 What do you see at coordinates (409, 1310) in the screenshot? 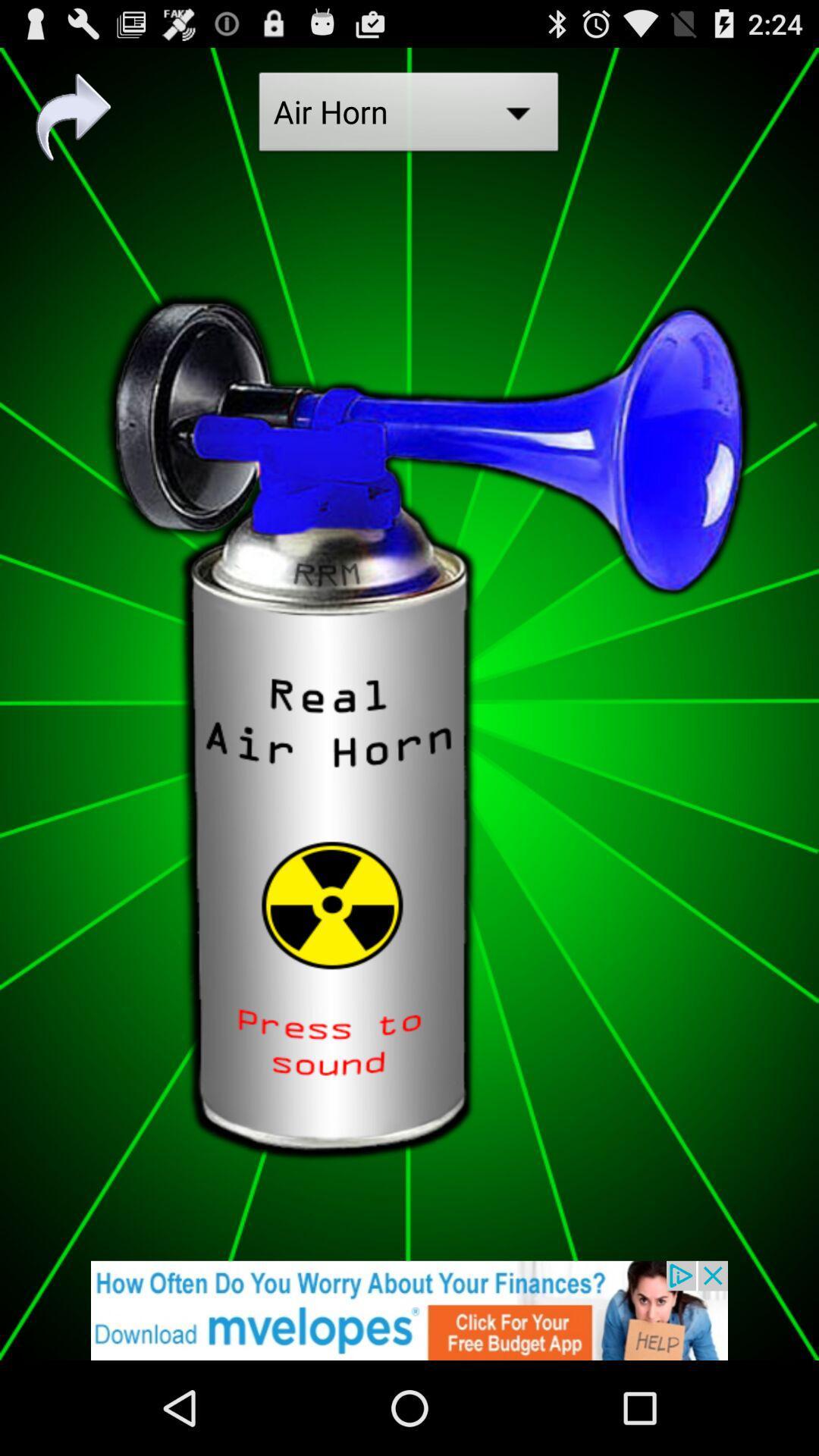
I see `advertisement` at bounding box center [409, 1310].